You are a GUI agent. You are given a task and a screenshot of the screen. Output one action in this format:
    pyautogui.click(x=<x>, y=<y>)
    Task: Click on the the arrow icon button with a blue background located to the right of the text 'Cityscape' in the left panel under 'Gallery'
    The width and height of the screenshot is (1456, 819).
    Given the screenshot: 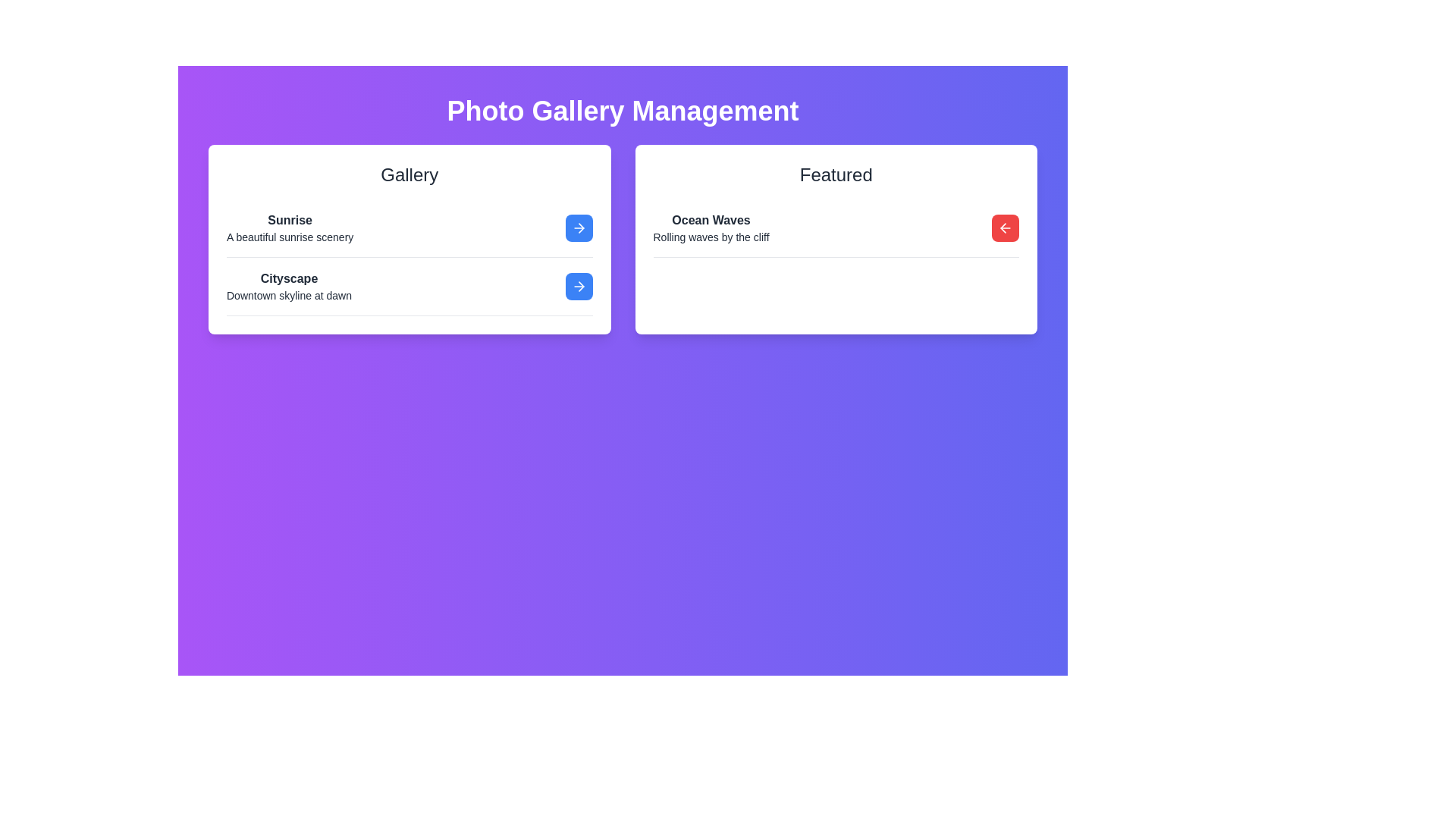 What is the action you would take?
    pyautogui.click(x=578, y=227)
    